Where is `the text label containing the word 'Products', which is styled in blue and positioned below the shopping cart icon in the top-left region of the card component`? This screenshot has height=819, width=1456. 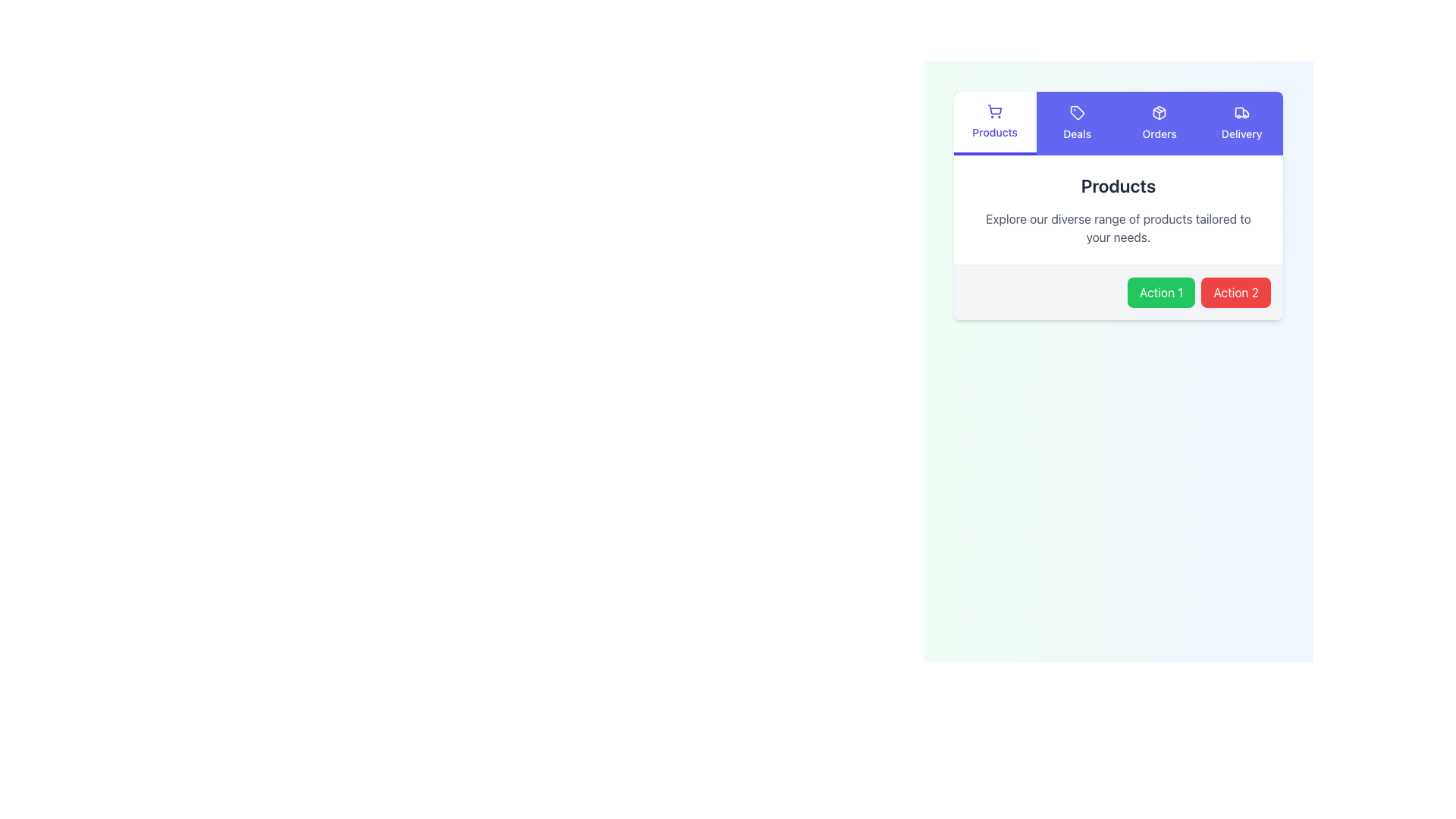
the text label containing the word 'Products', which is styled in blue and positioned below the shopping cart icon in the top-left region of the card component is located at coordinates (995, 131).